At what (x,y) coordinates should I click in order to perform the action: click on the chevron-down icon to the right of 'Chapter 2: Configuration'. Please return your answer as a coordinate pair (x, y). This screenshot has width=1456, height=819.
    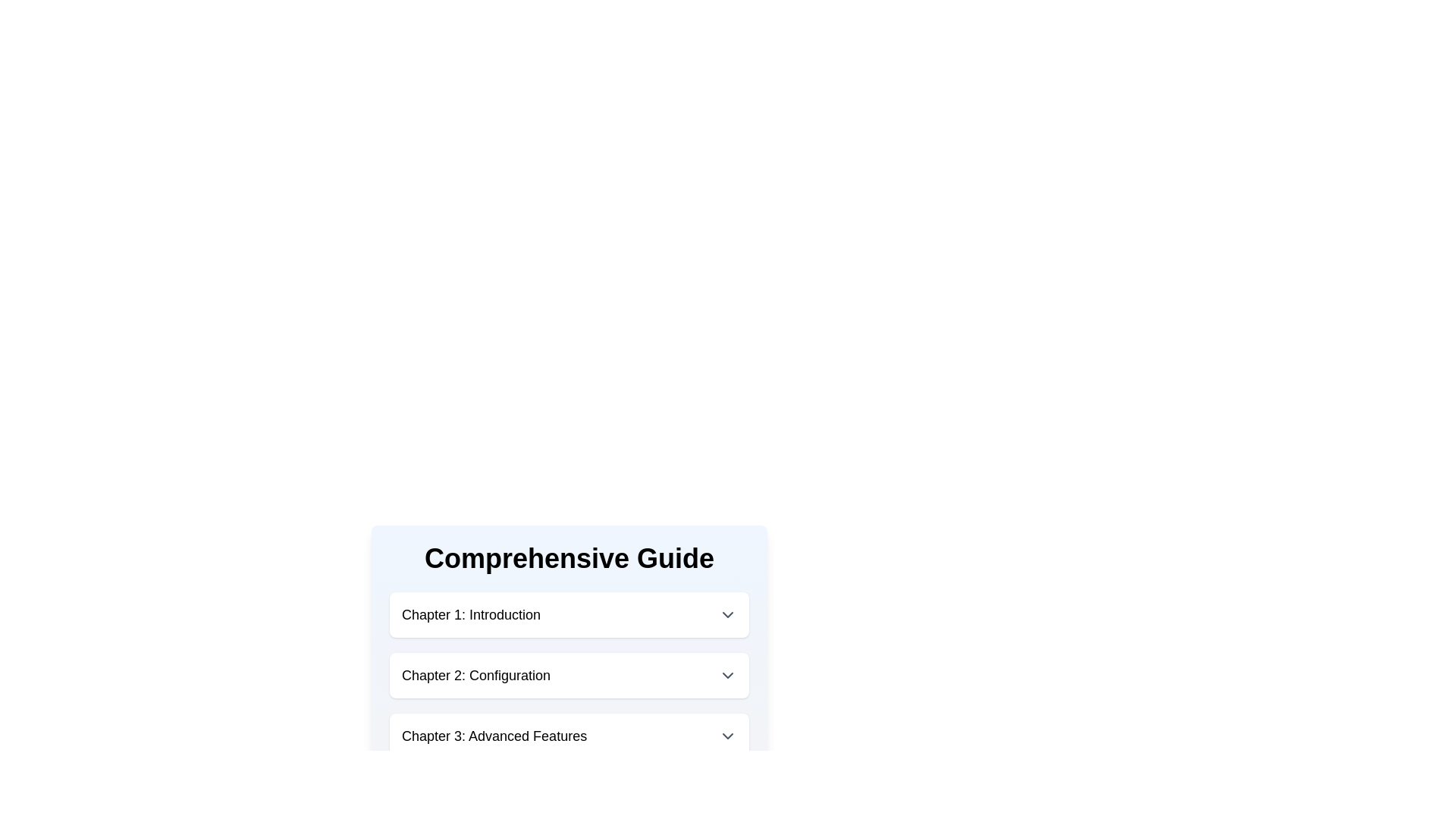
    Looking at the image, I should click on (728, 675).